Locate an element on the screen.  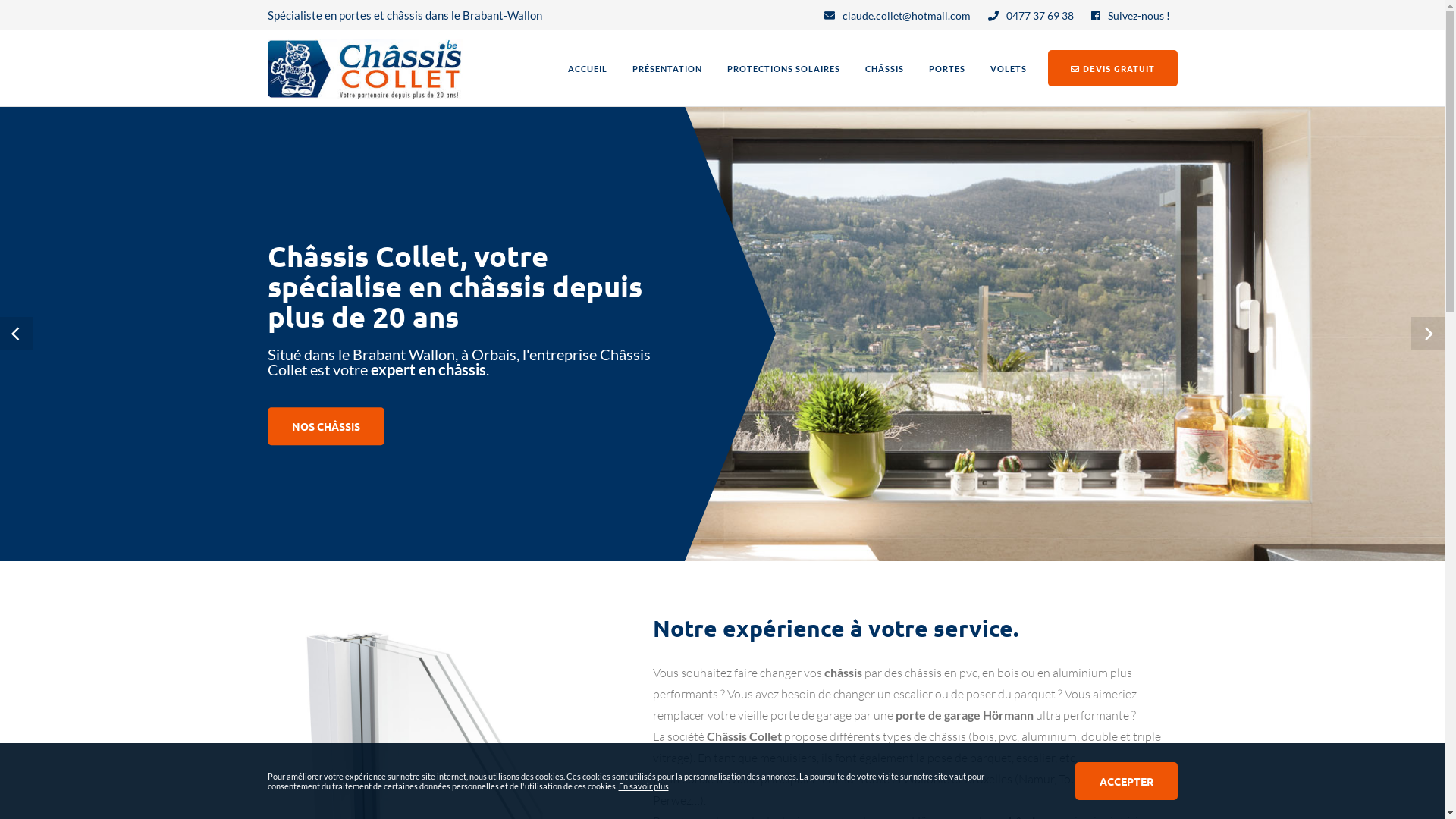
'En savoir plus' is located at coordinates (644, 785).